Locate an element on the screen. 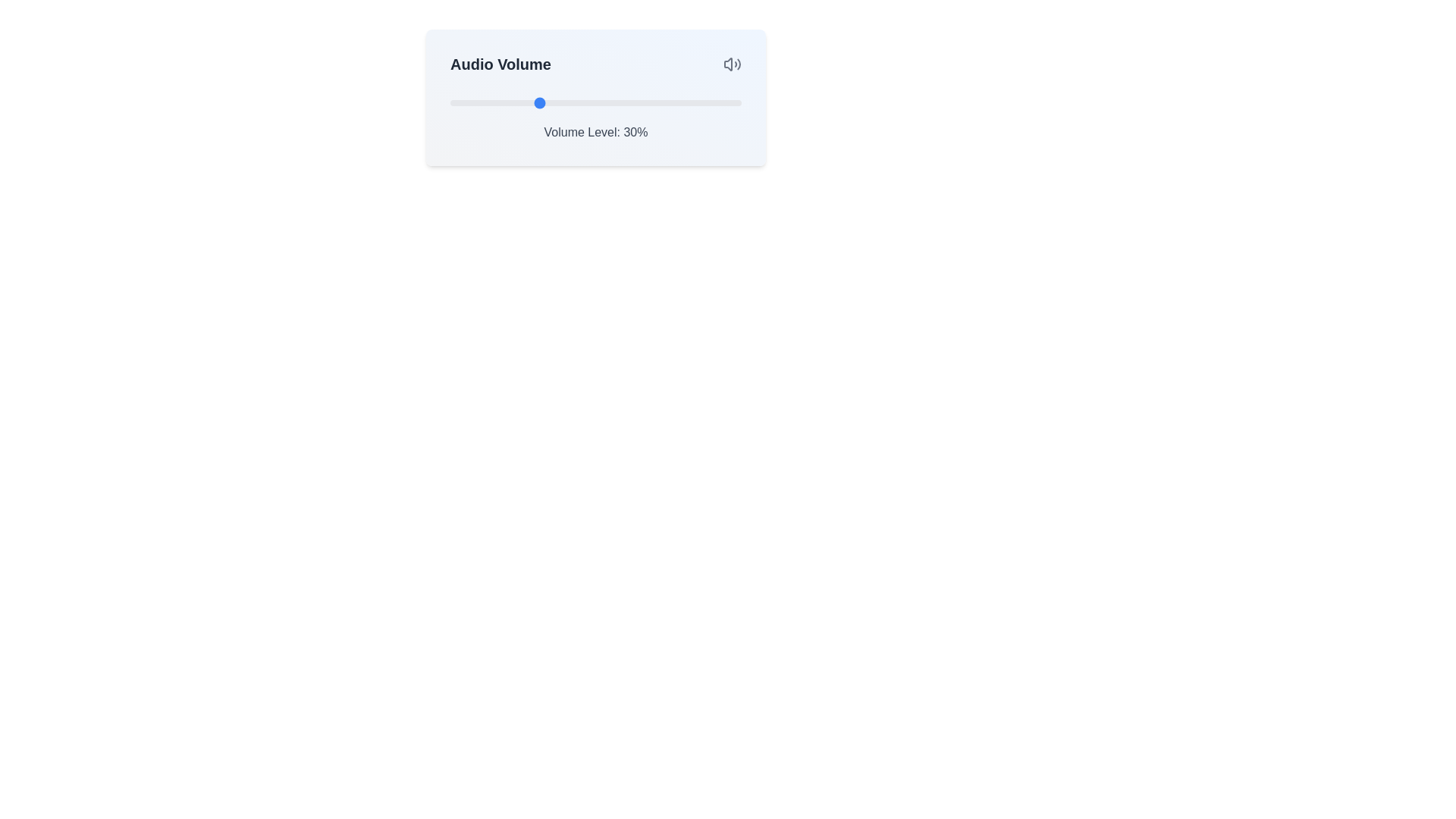 The image size is (1456, 819). the volume level is located at coordinates (657, 102).